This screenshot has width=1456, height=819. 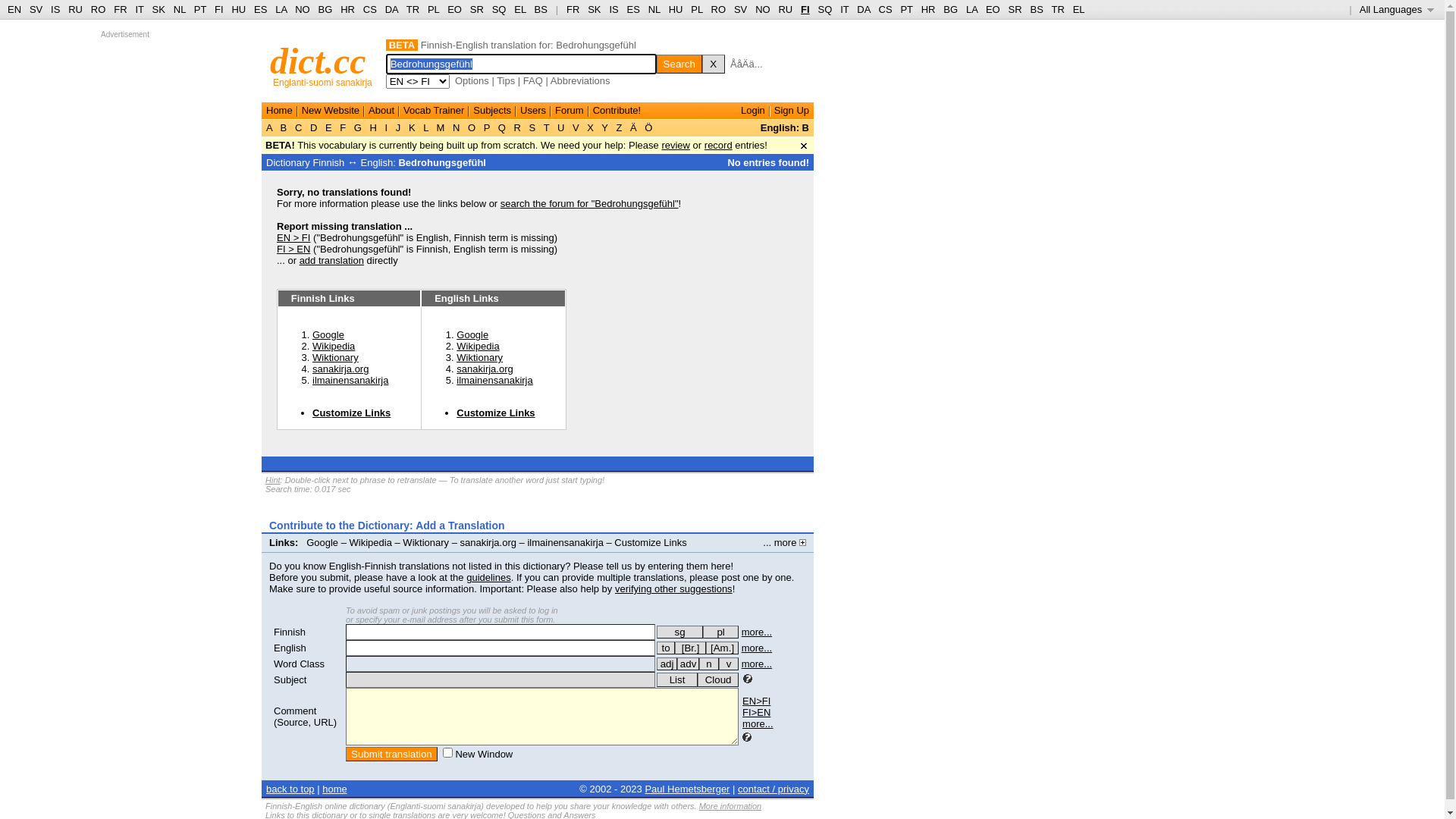 What do you see at coordinates (717, 145) in the screenshot?
I see `'record'` at bounding box center [717, 145].